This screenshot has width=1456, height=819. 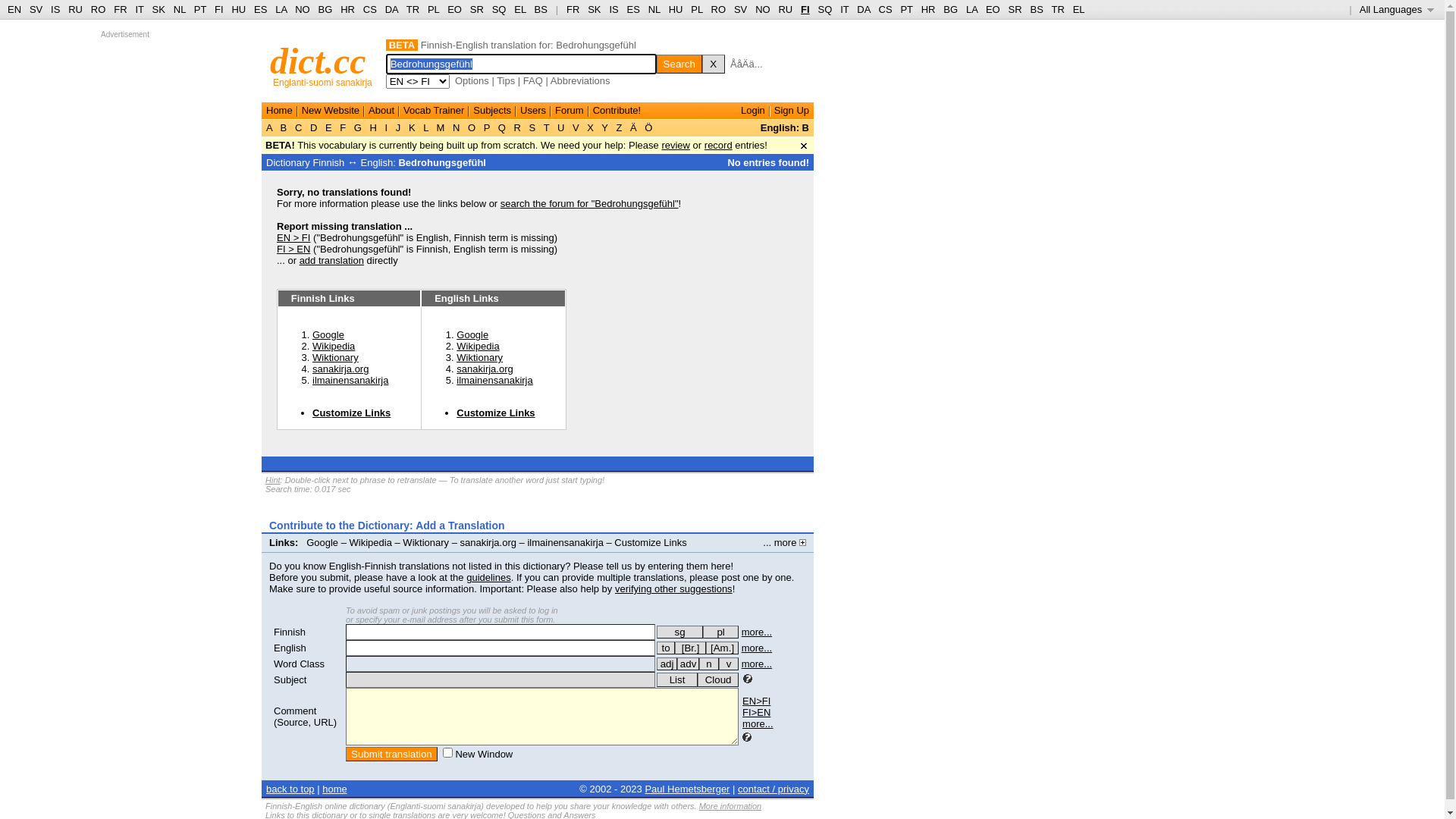 What do you see at coordinates (717, 145) in the screenshot?
I see `'record'` at bounding box center [717, 145].